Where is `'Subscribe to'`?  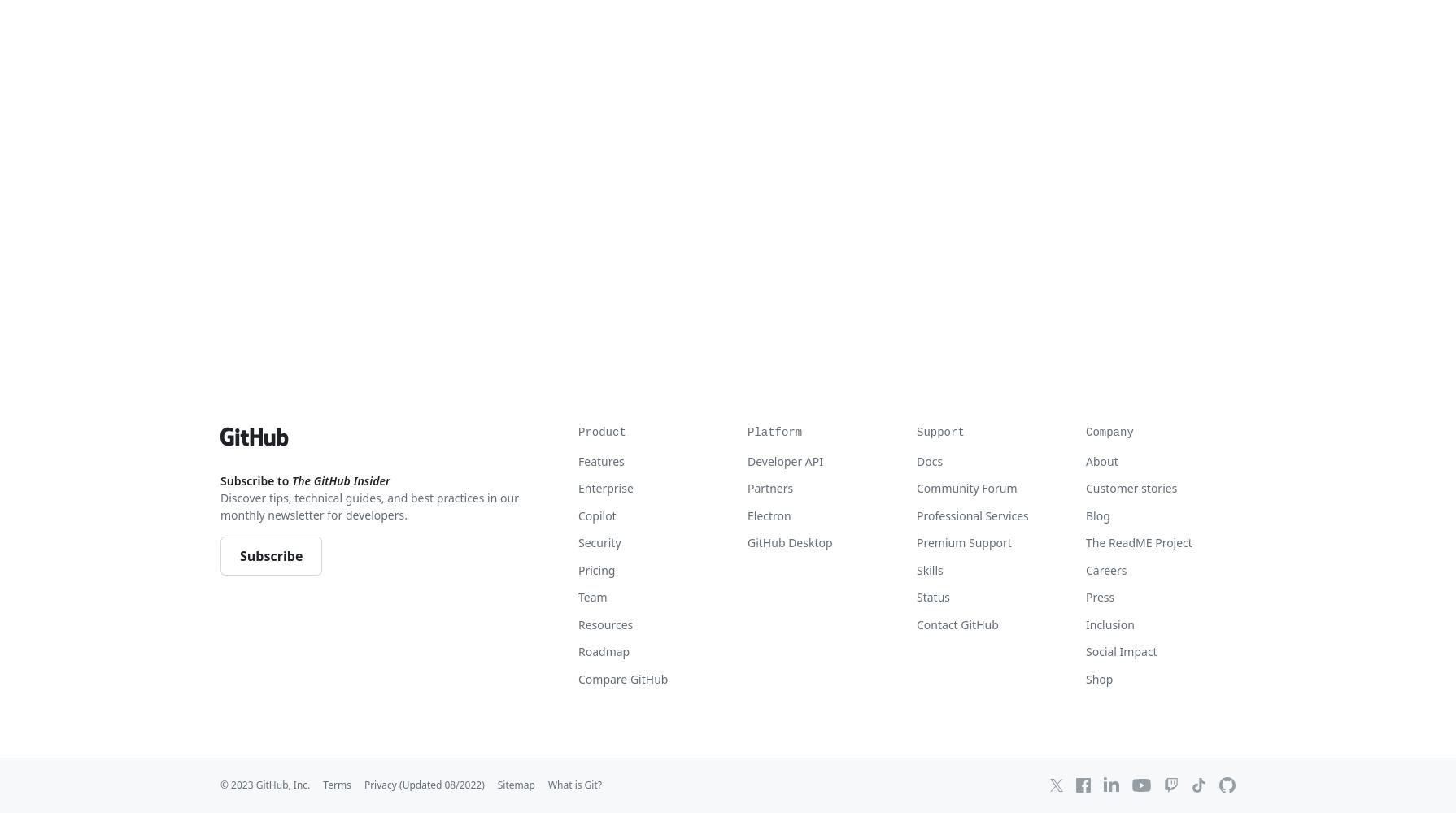
'Subscribe to' is located at coordinates (255, 479).